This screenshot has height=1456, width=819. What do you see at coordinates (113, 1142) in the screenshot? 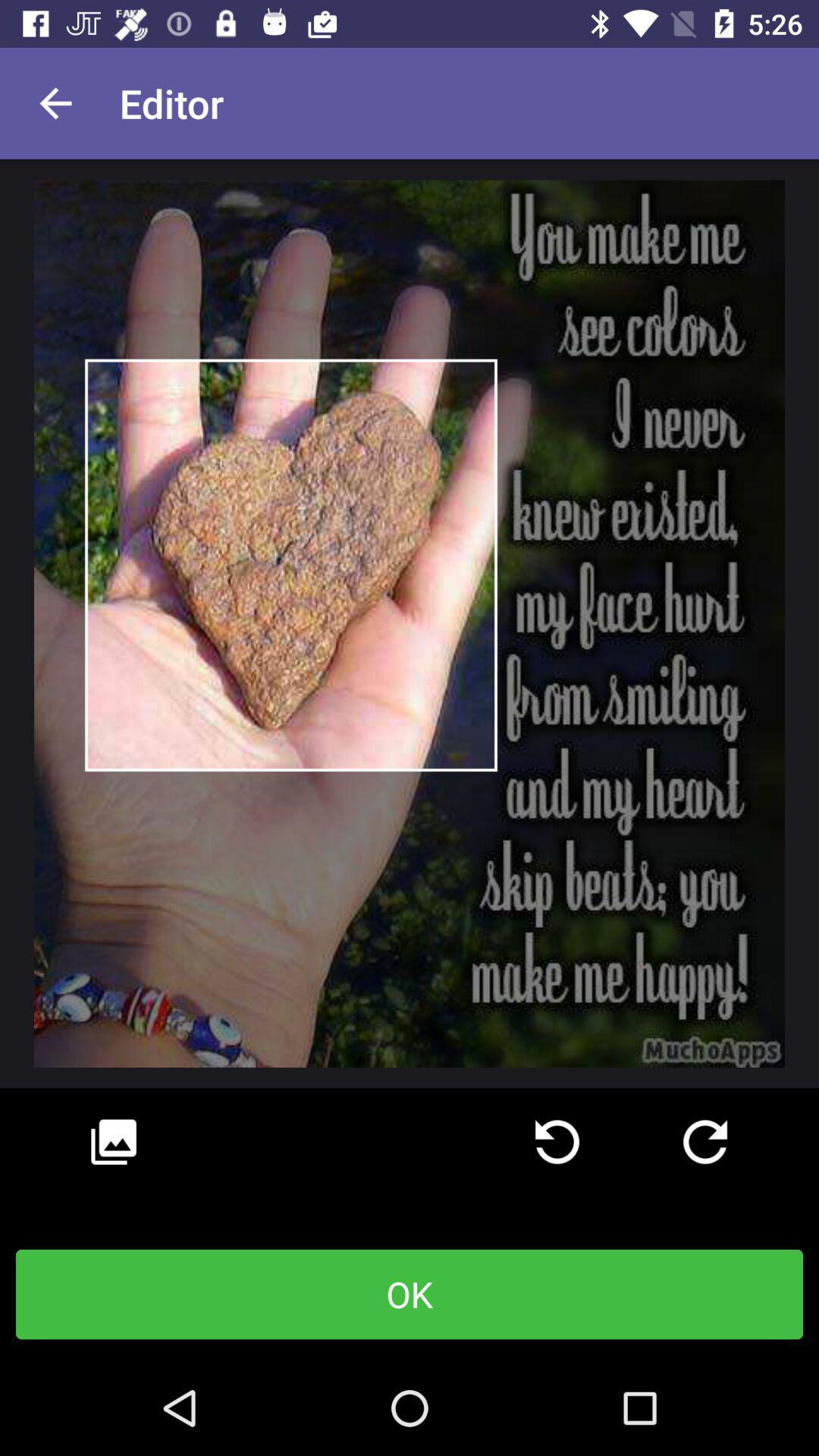
I see `image select option` at bounding box center [113, 1142].